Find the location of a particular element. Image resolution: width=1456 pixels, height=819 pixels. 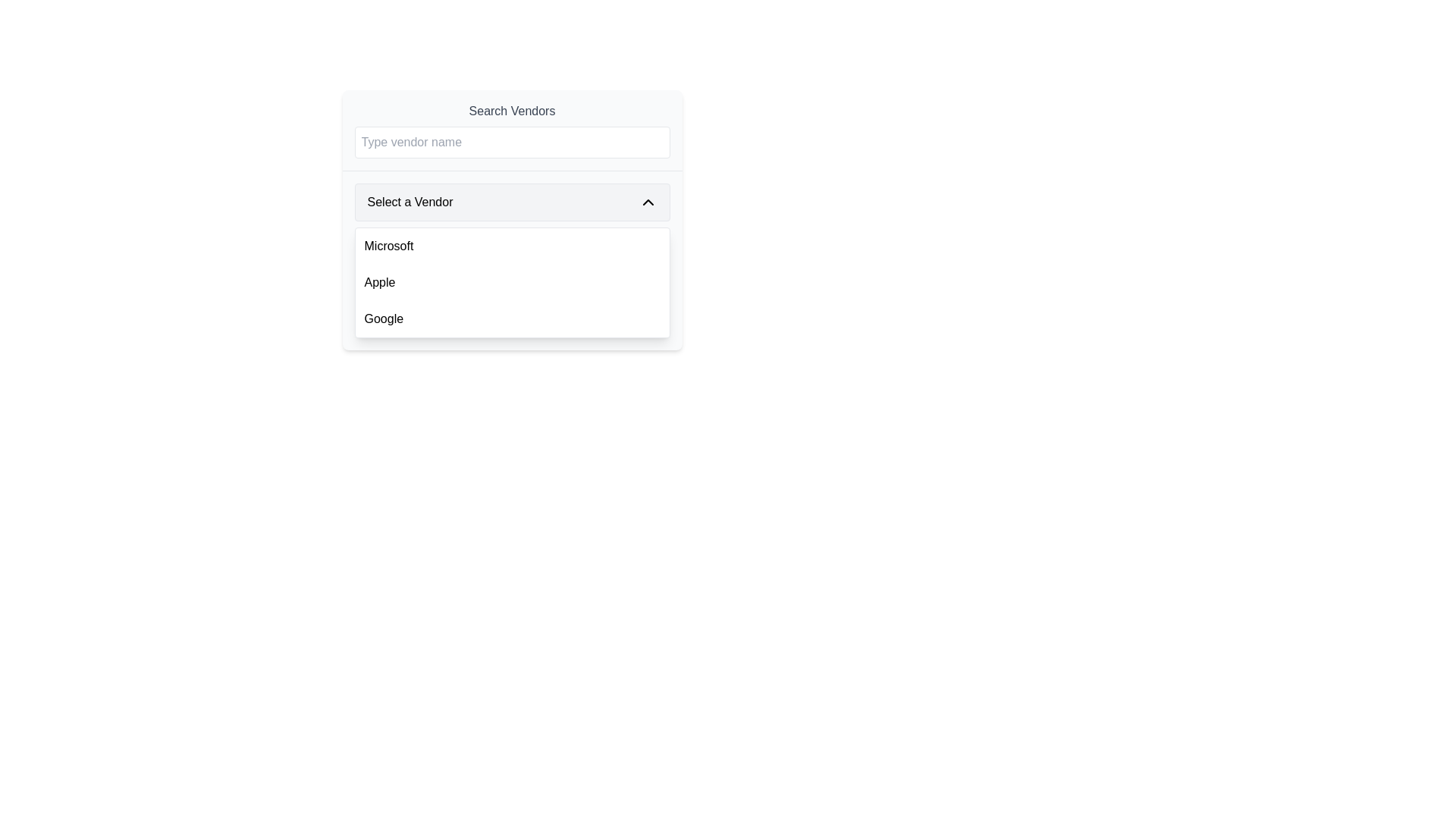

the 'Google' text element in the dropdown menu is located at coordinates (384, 318).